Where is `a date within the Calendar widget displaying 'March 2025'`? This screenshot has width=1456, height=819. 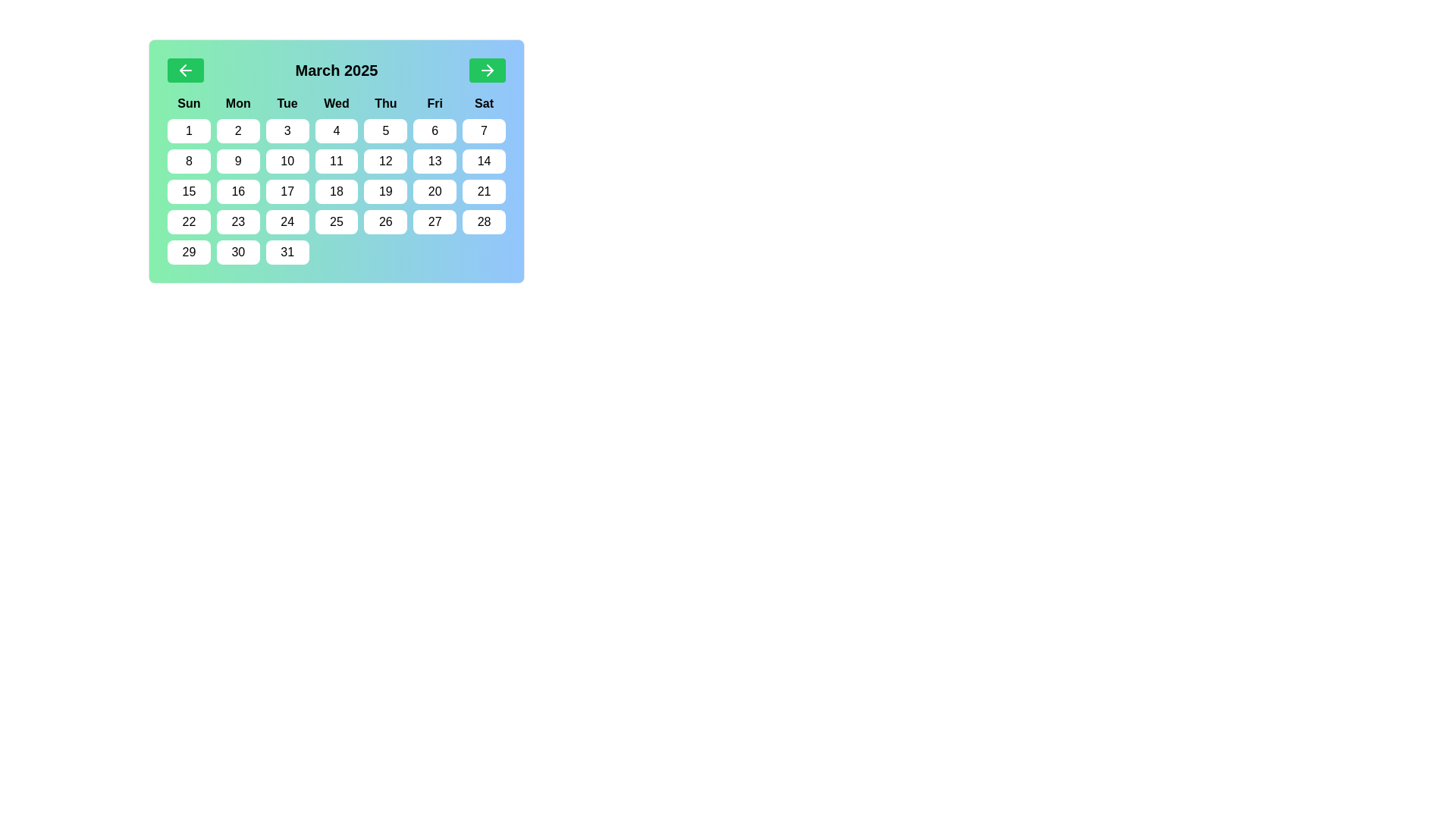
a date within the Calendar widget displaying 'March 2025' is located at coordinates (336, 166).